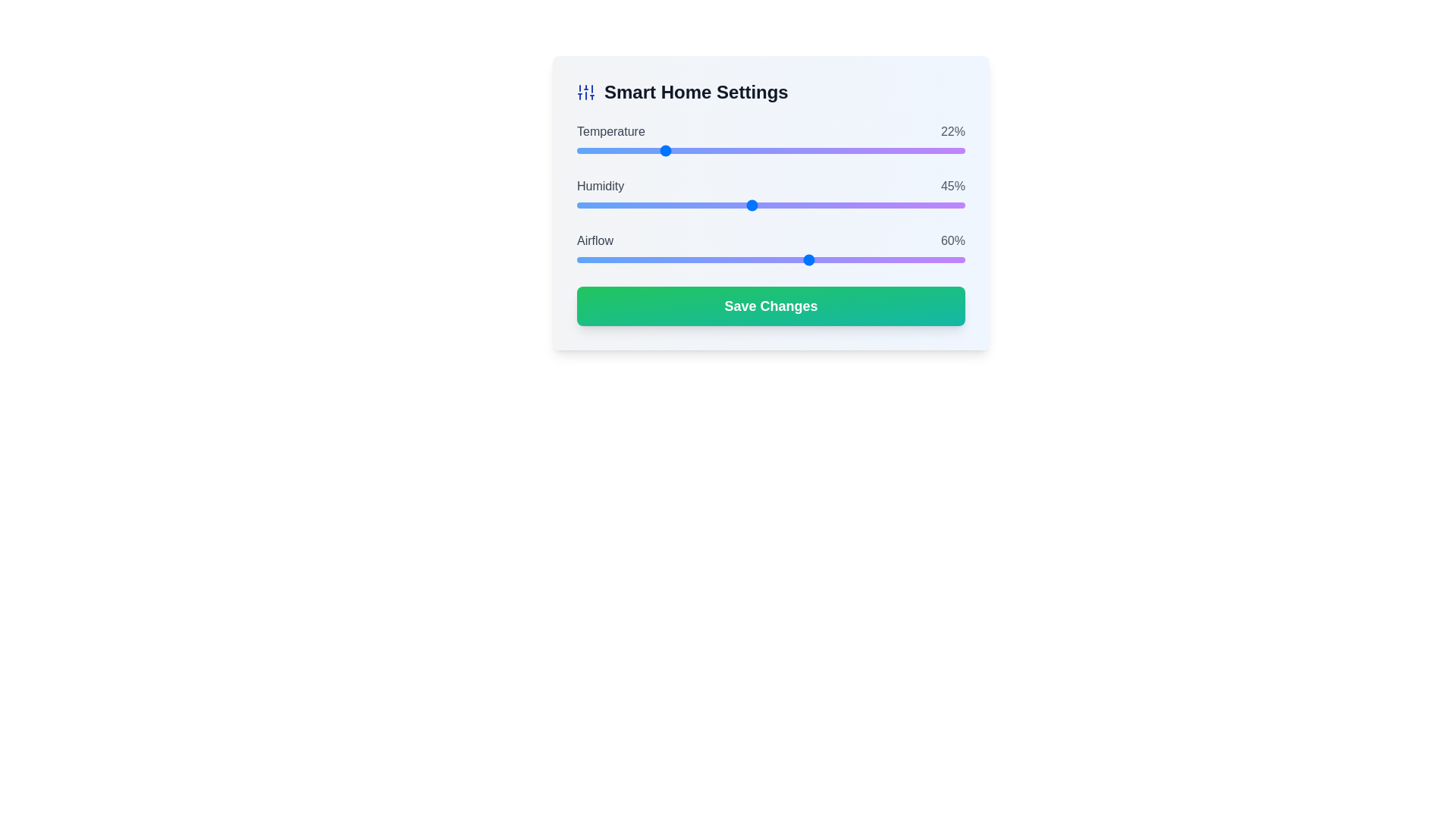  I want to click on the Text Label displaying the percentage value for 'Temperature', located in the top-right corner adjacent to the 'Temperature' label, so click(952, 130).